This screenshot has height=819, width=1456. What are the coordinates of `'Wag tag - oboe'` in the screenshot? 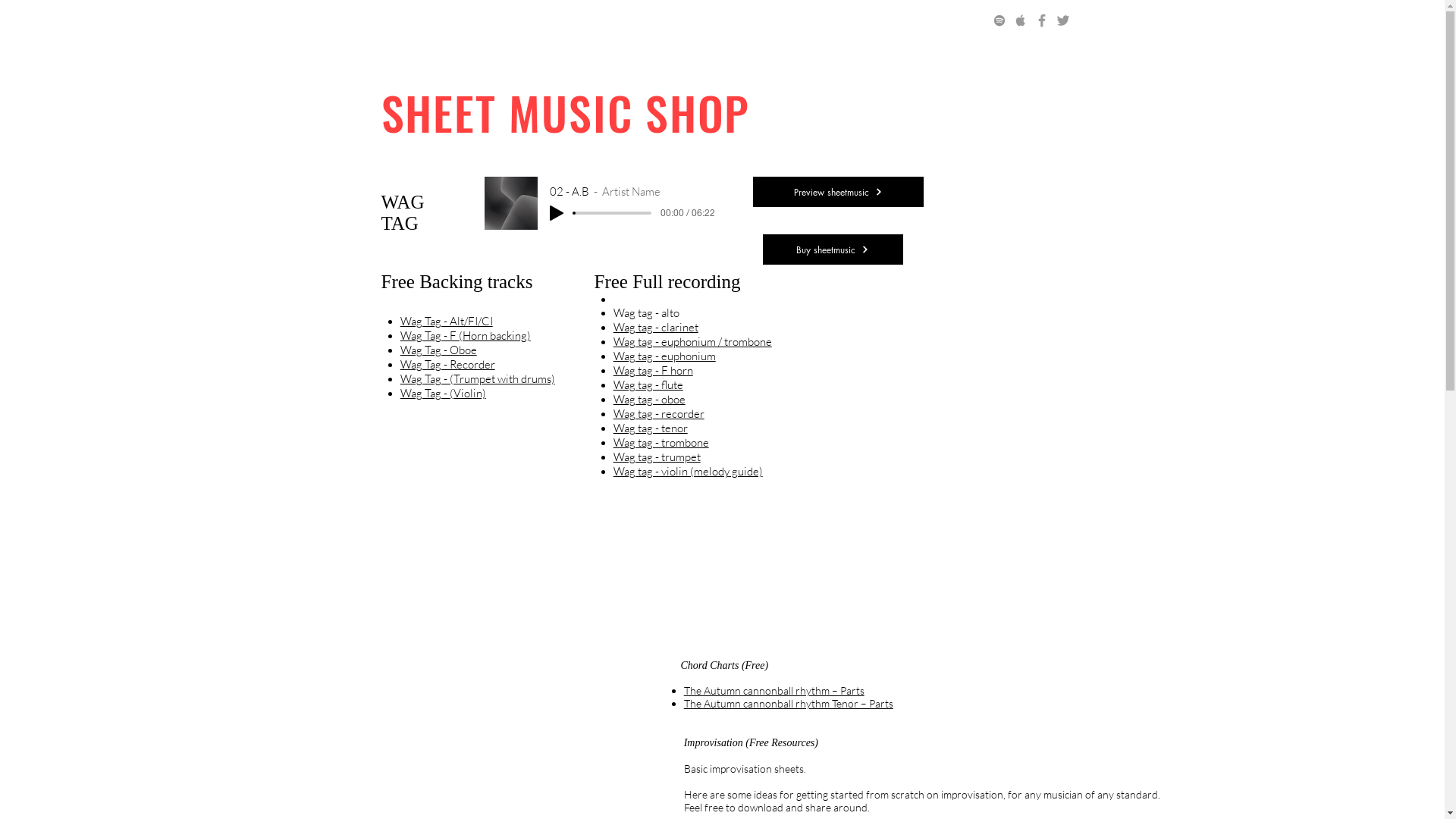 It's located at (649, 398).